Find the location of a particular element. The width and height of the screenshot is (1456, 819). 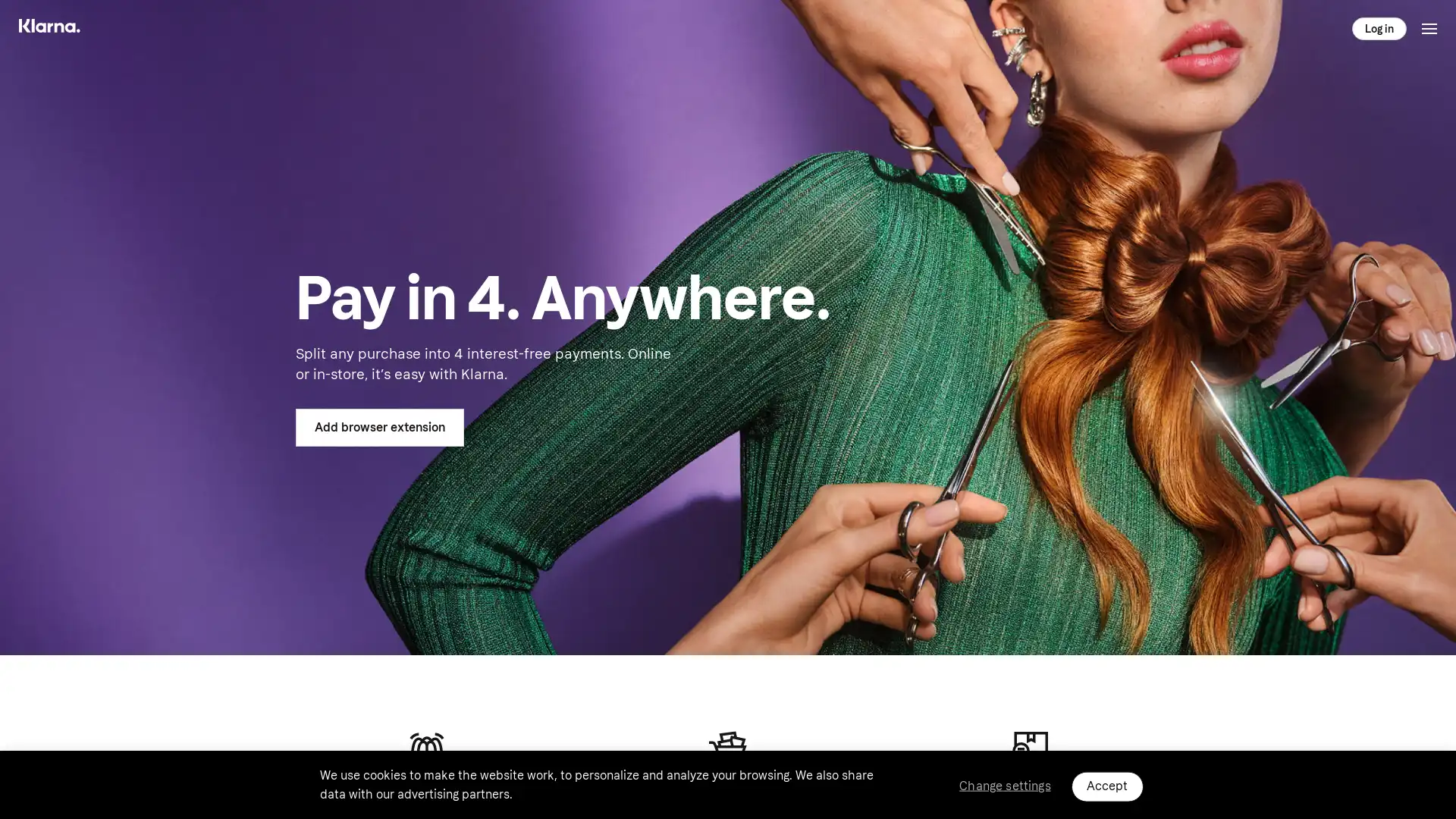

Toggle menu is located at coordinates (1429, 28).